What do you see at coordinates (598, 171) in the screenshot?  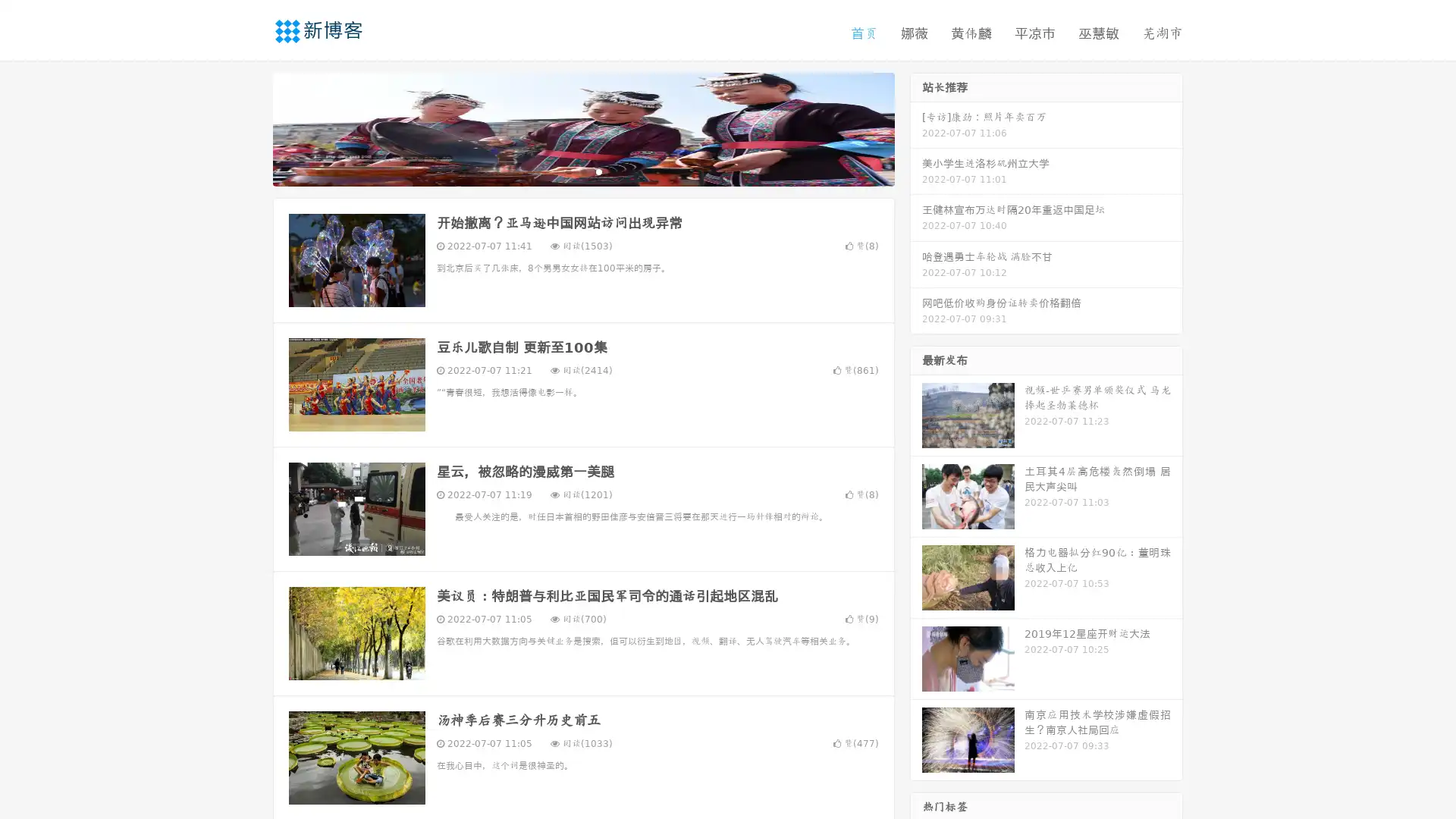 I see `Go to slide 3` at bounding box center [598, 171].